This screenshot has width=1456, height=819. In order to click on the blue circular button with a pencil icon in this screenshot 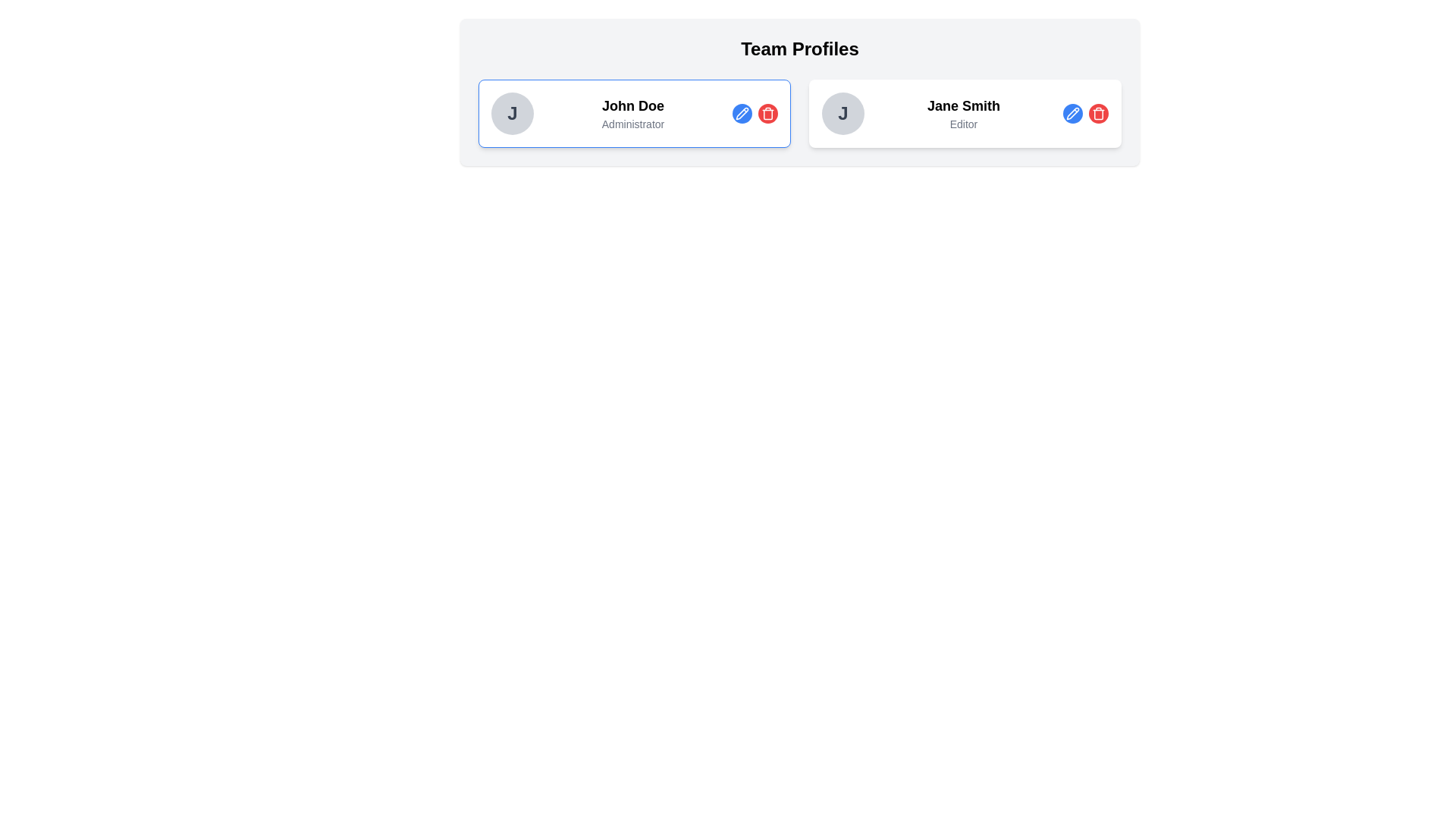, I will do `click(755, 113)`.